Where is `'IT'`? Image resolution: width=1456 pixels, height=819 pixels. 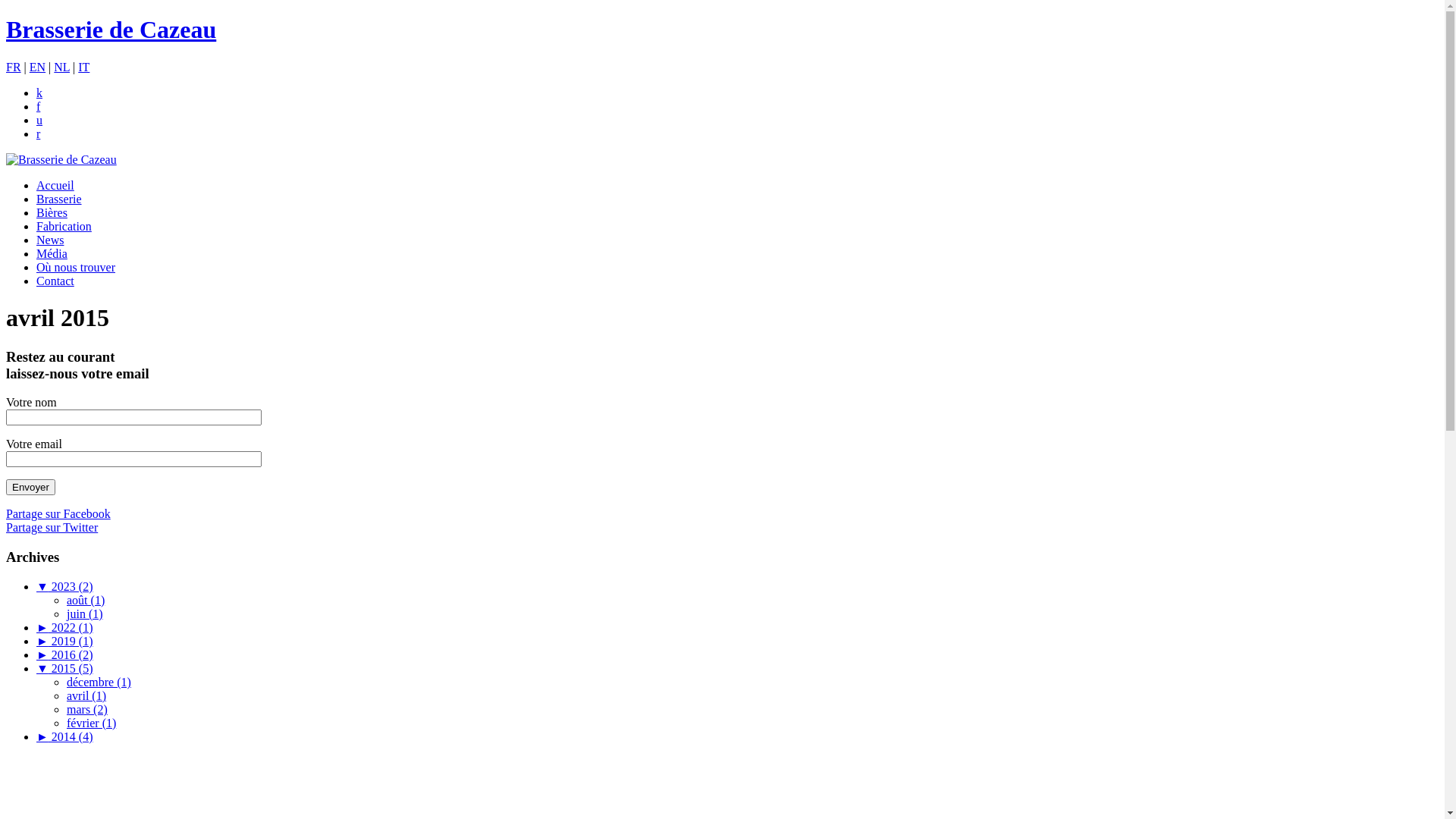
'IT' is located at coordinates (83, 66).